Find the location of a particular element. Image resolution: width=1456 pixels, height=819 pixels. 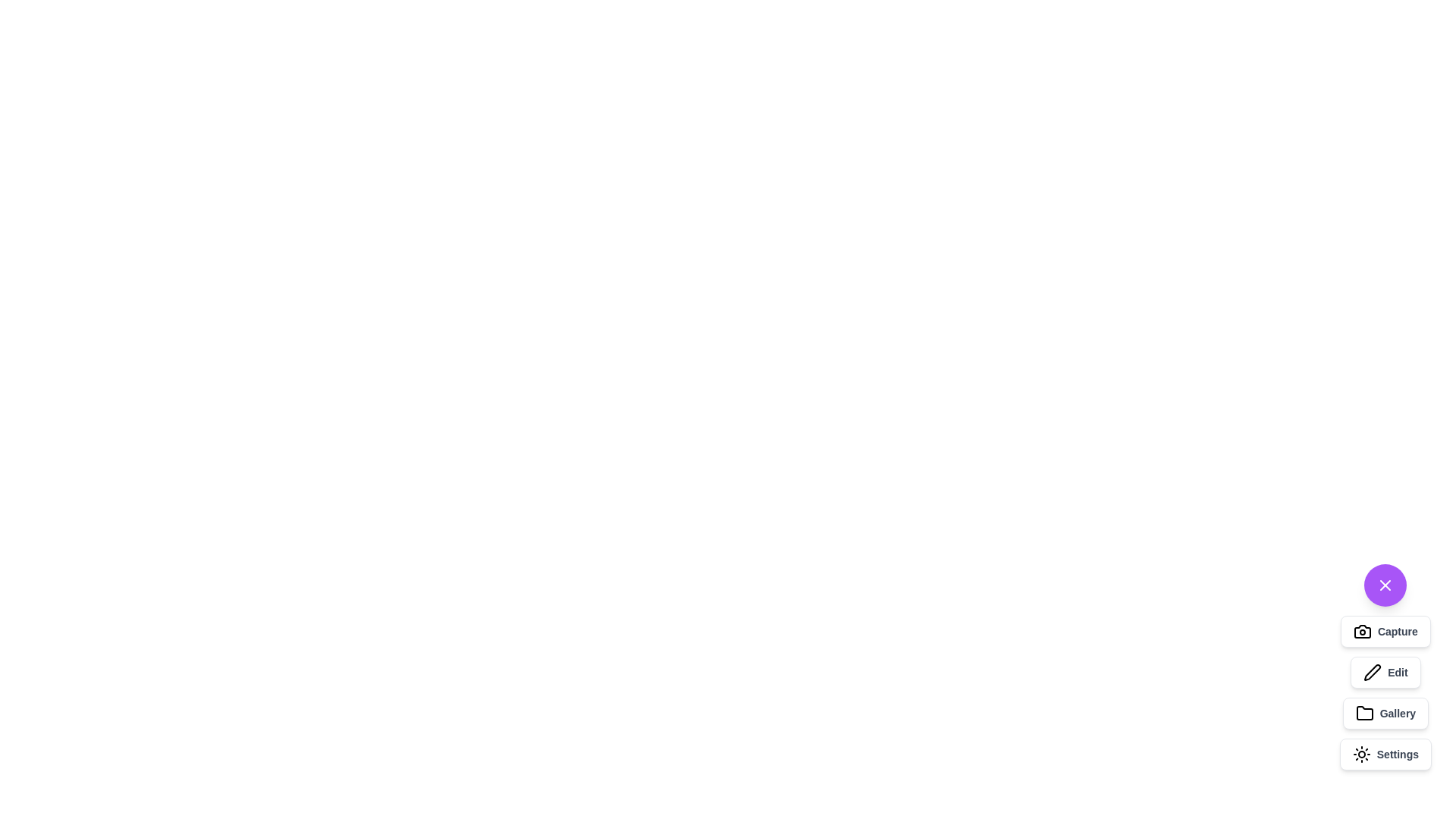

the toggle button to open or close the speed dial menu is located at coordinates (1385, 584).